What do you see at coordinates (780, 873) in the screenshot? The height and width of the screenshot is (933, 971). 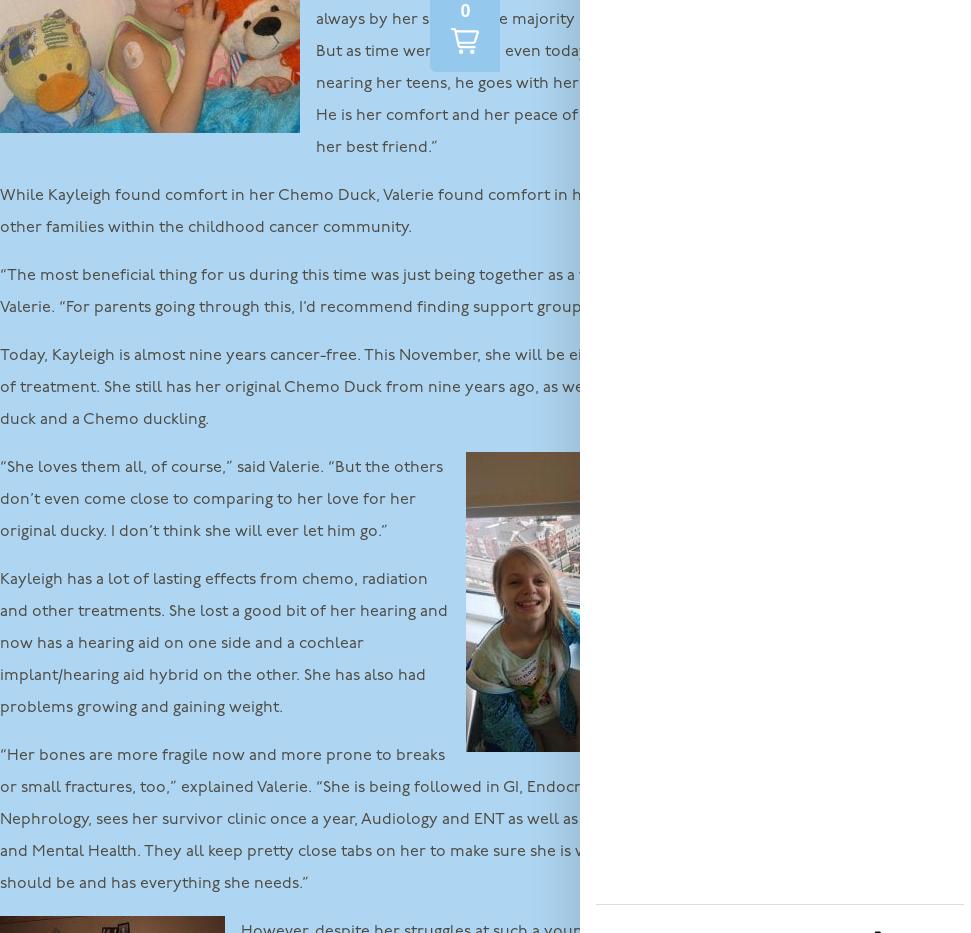 I see `'February 2013'` at bounding box center [780, 873].